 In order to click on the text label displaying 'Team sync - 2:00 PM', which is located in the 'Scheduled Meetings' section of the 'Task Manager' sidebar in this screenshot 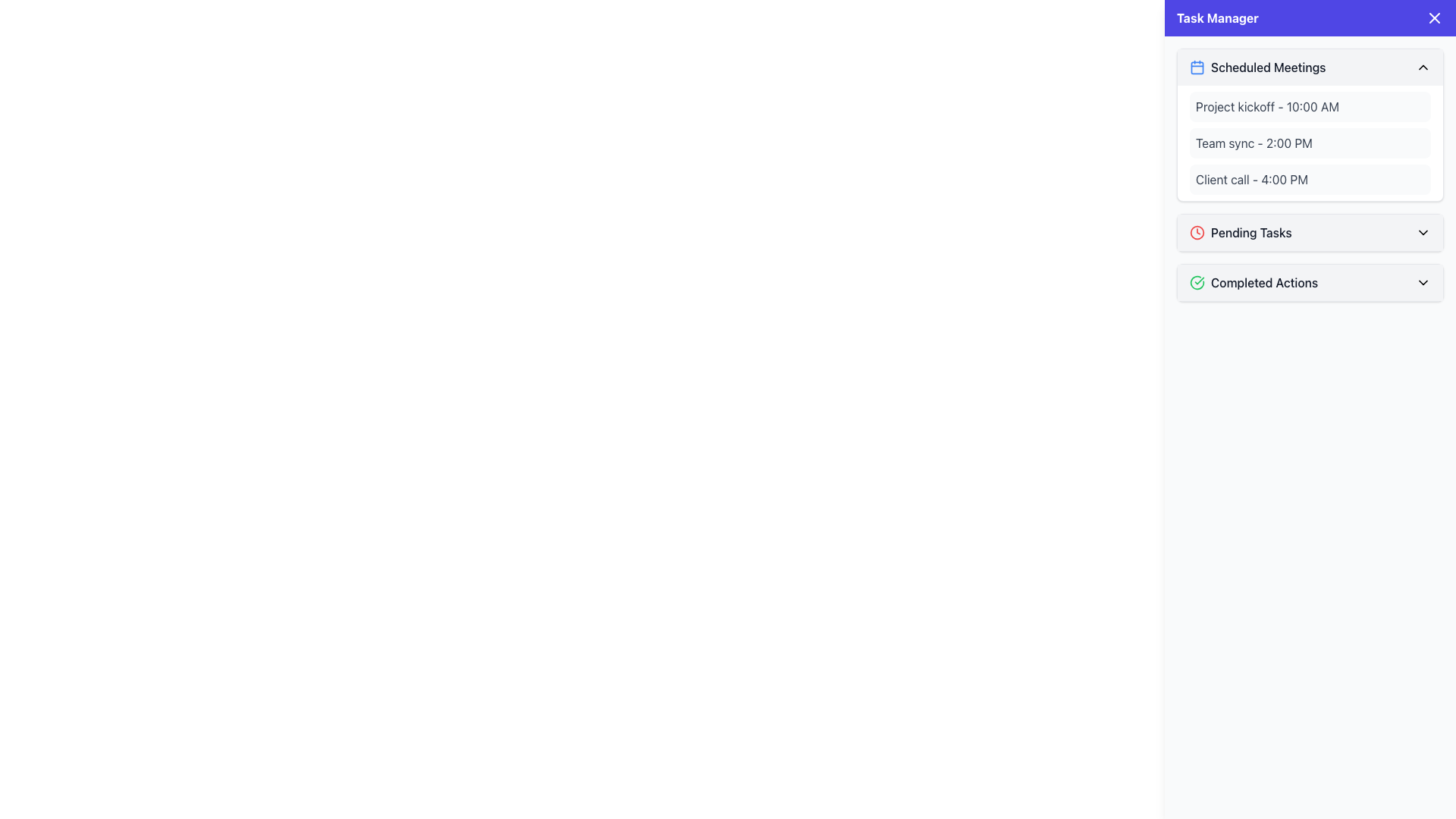, I will do `click(1254, 143)`.